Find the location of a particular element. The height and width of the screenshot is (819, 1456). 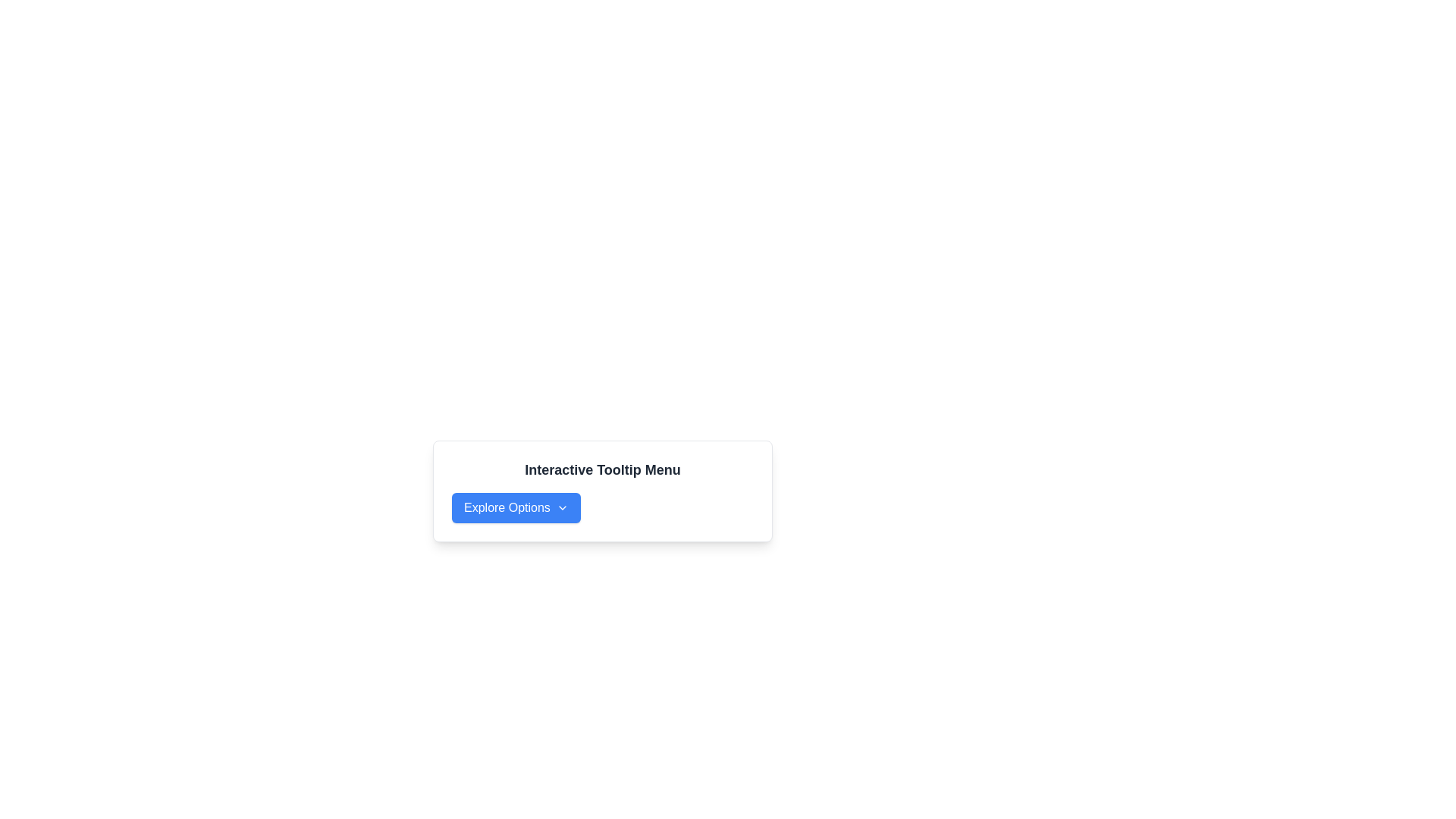

the 'Explore Options' button with a blue background and white text, located beneath the 'Interactive Tooltip Menu' heading is located at coordinates (516, 508).